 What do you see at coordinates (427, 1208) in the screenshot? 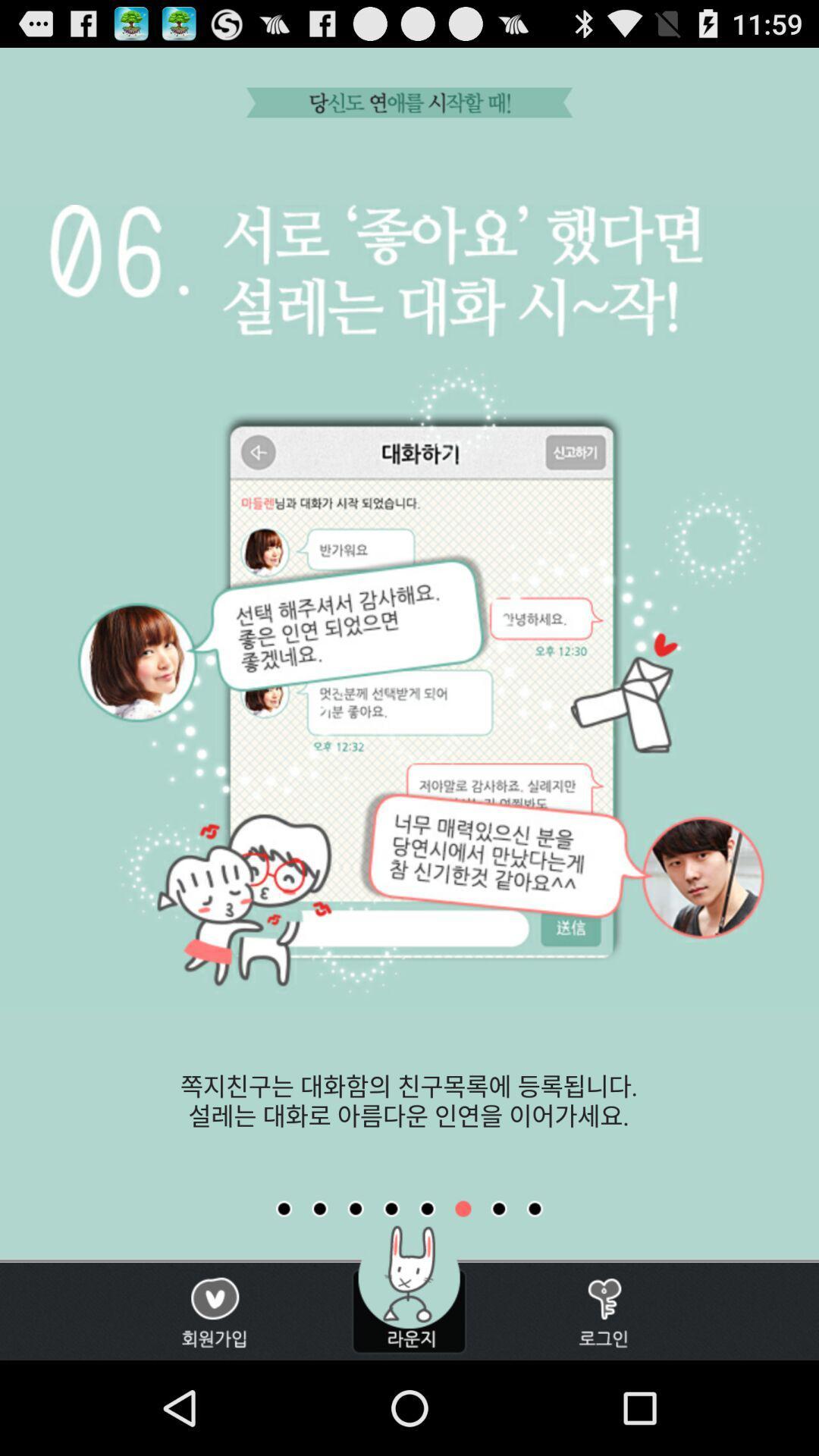
I see `previous image` at bounding box center [427, 1208].